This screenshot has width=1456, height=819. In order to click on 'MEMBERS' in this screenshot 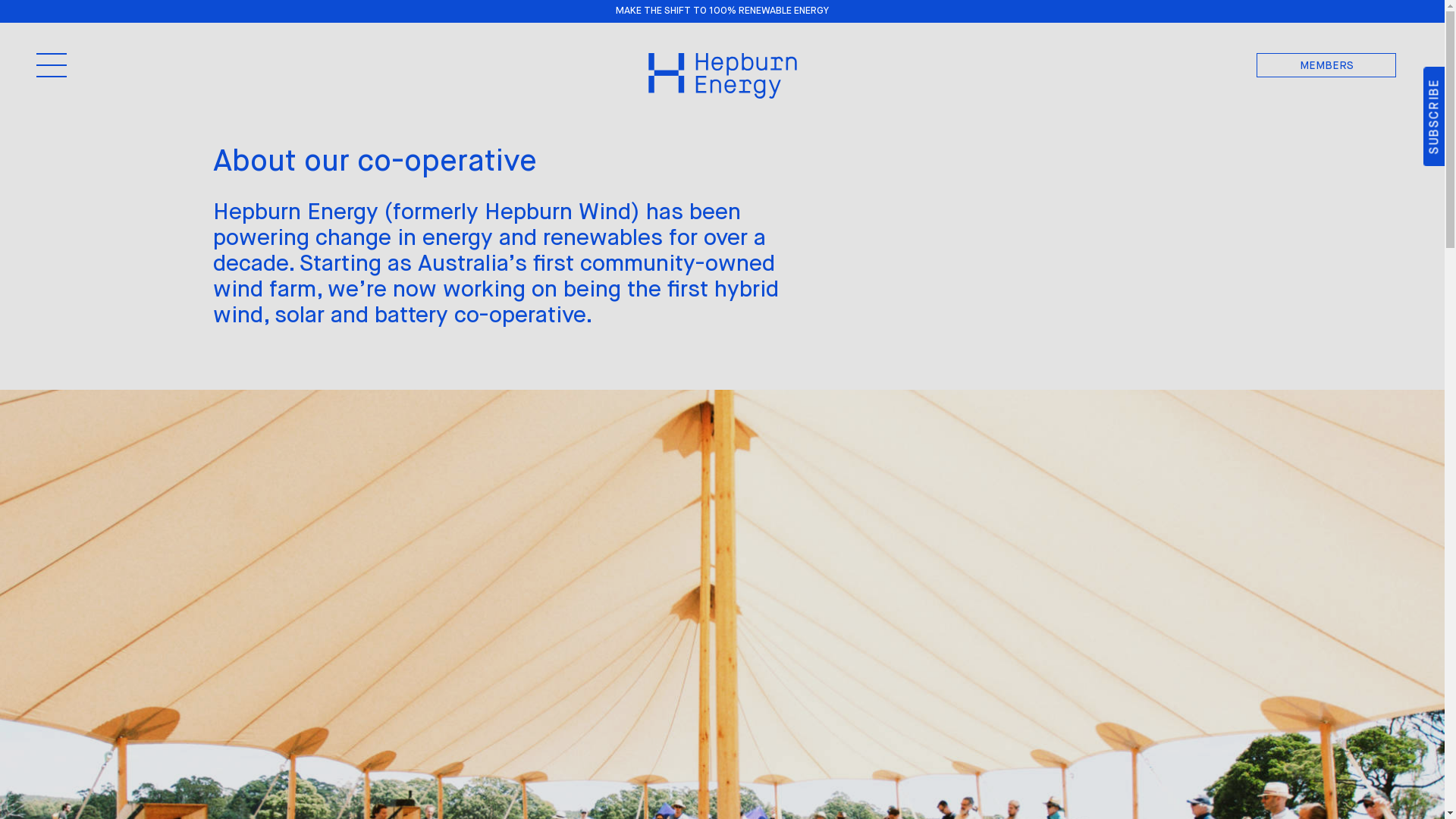, I will do `click(1325, 64)`.